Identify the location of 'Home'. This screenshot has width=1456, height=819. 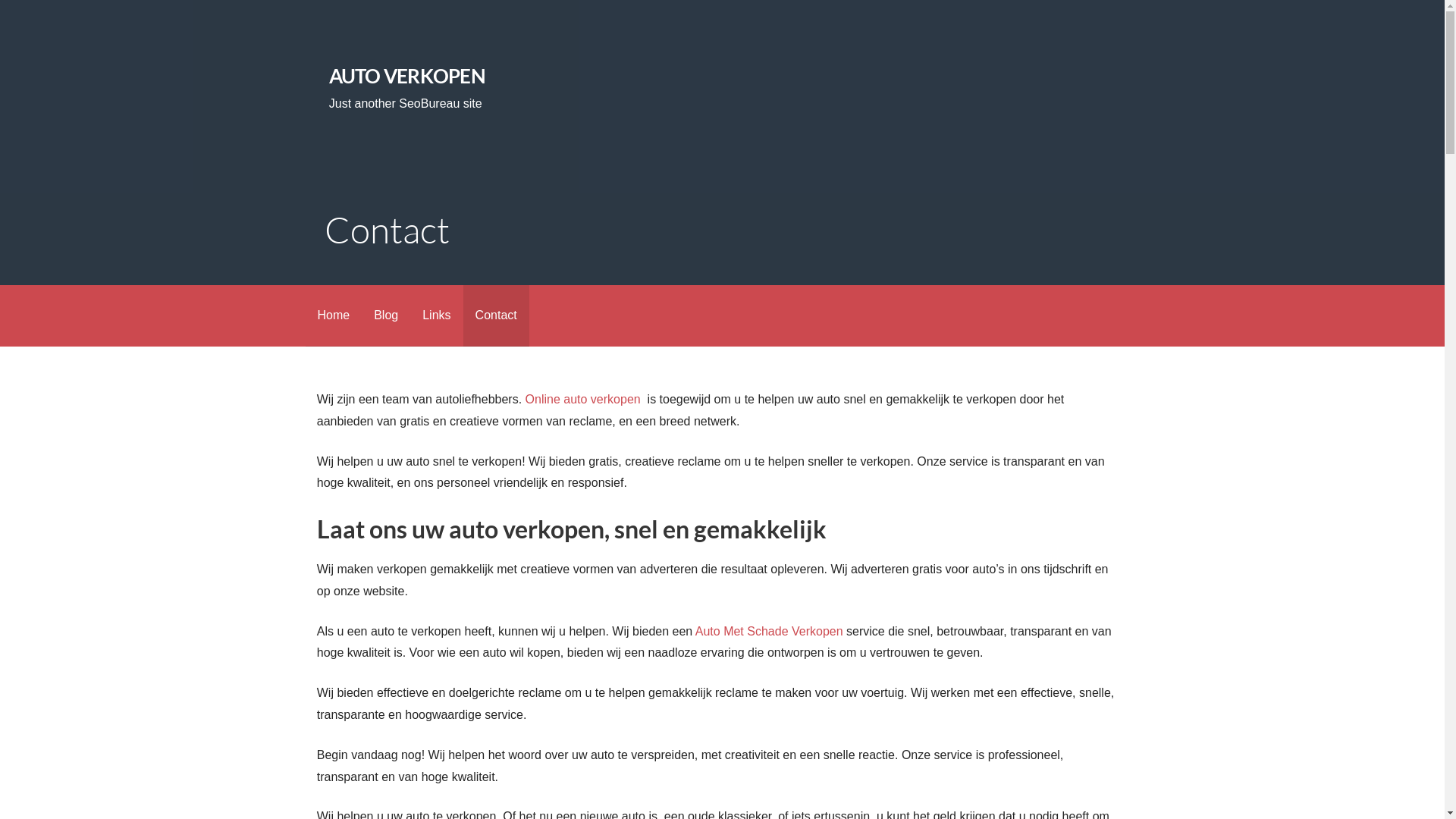
(304, 315).